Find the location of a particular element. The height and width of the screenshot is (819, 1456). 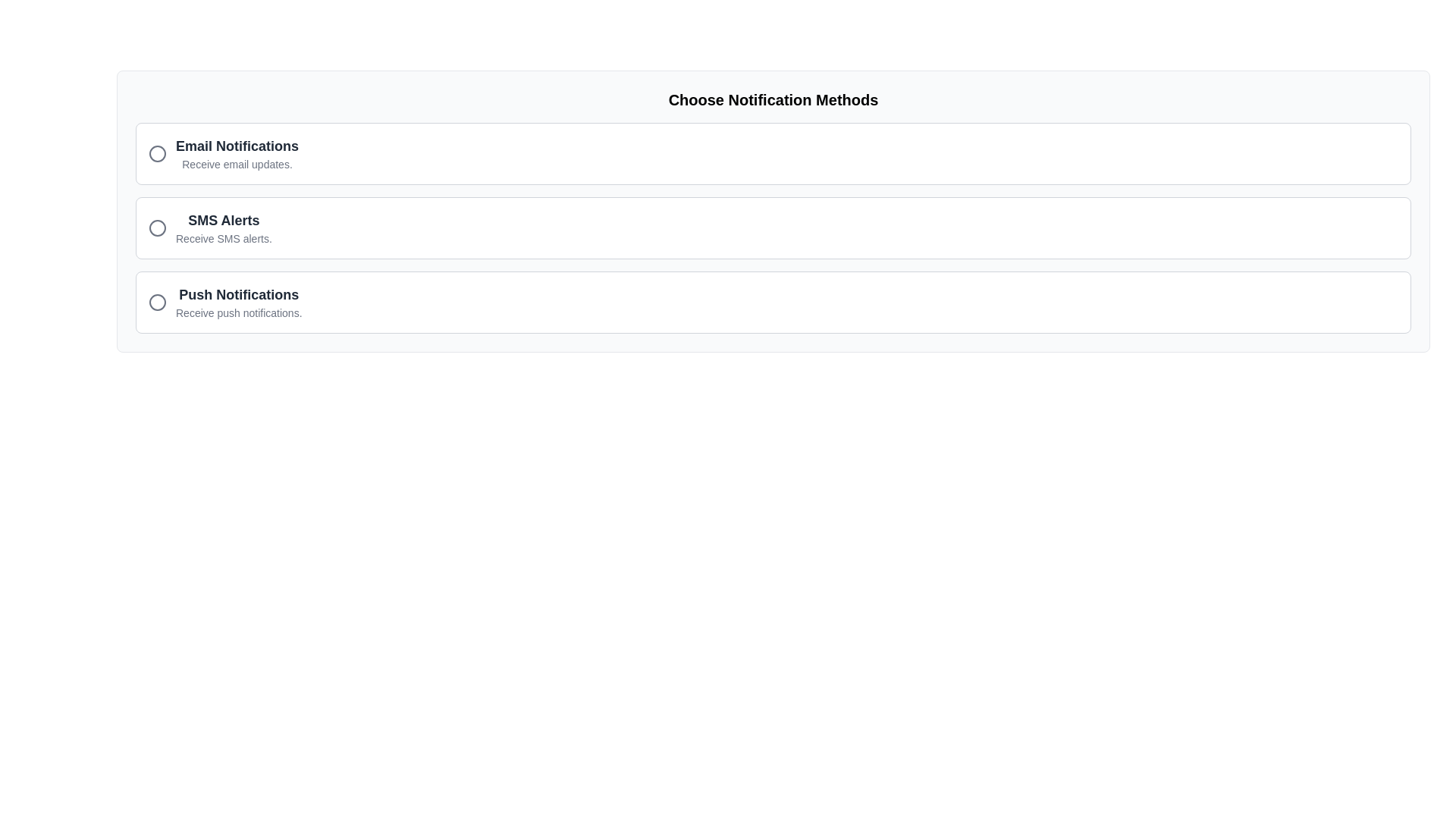

the 'Email Notifications' text label, which features a bold heading and descriptive subtext, located at the top of the notification methods list within a bordered card is located at coordinates (236, 154).